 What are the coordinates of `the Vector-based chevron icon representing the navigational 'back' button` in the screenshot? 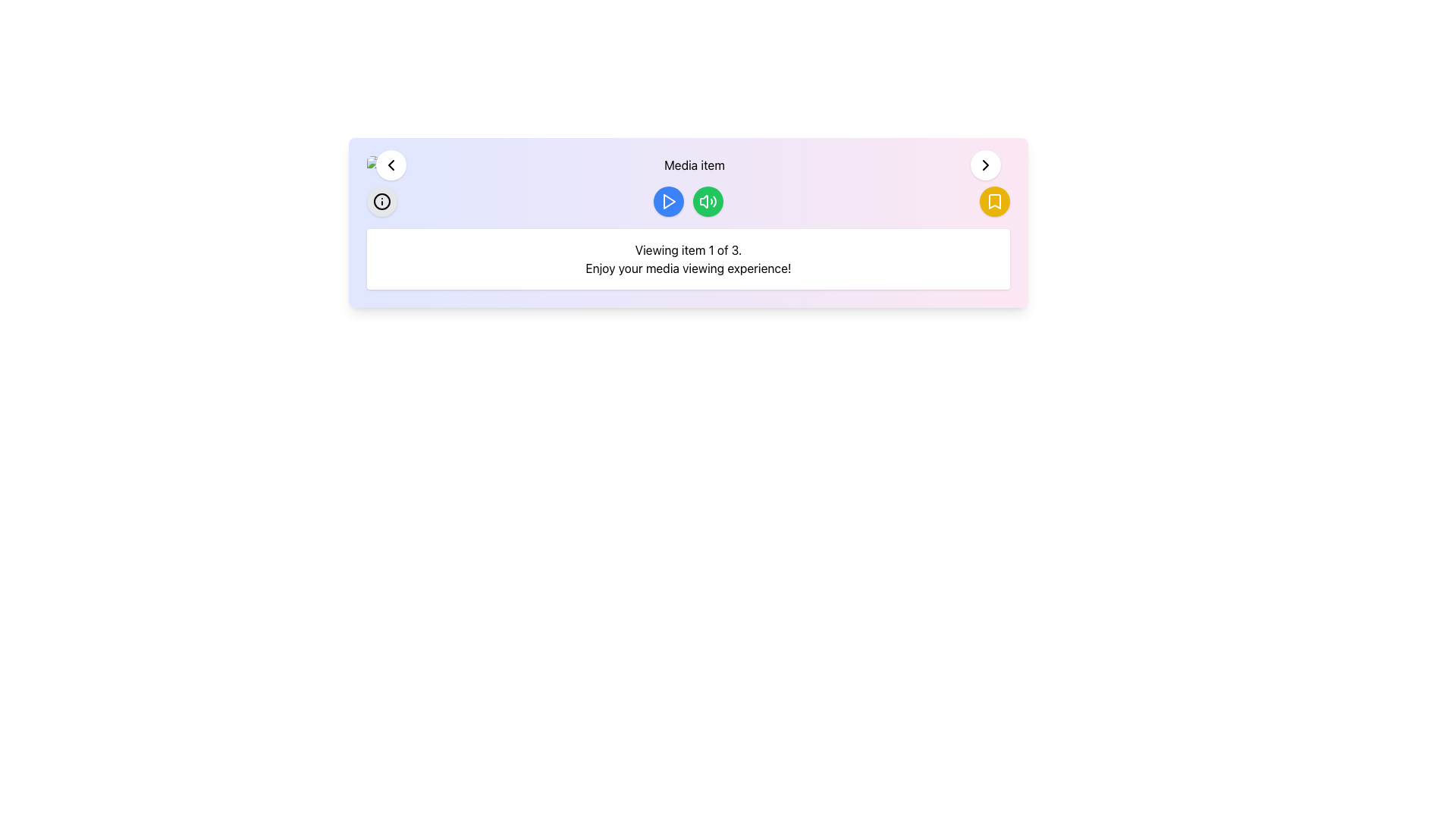 It's located at (391, 165).